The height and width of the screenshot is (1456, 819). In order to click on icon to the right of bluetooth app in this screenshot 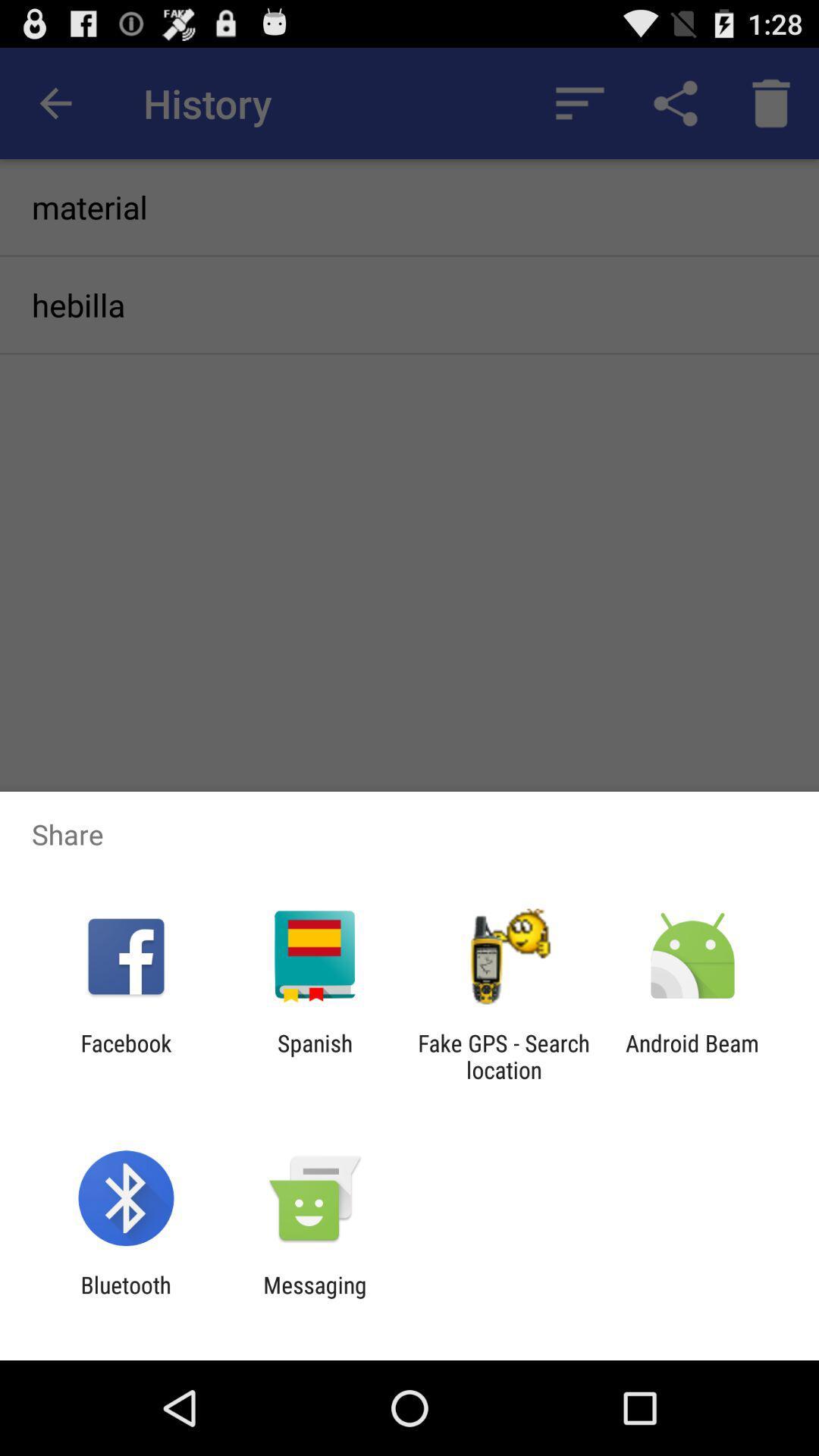, I will do `click(314, 1298)`.